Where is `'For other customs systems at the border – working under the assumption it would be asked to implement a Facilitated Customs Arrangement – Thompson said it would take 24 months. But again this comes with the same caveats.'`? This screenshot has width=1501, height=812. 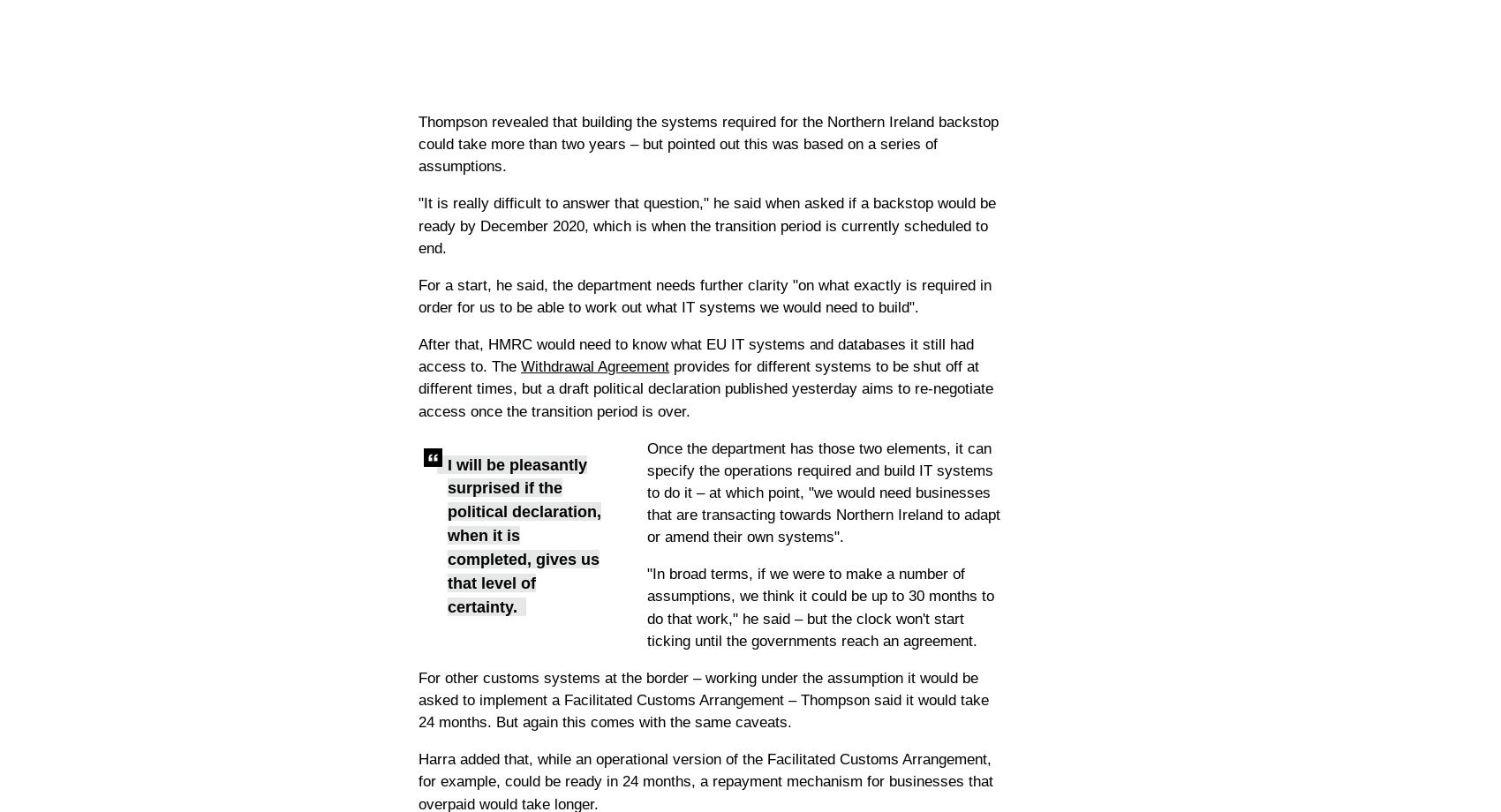
'For other customs systems at the border – working under the assumption it would be asked to implement a Facilitated Customs Arrangement – Thompson said it would take 24 months. But again this comes with the same caveats.' is located at coordinates (702, 700).